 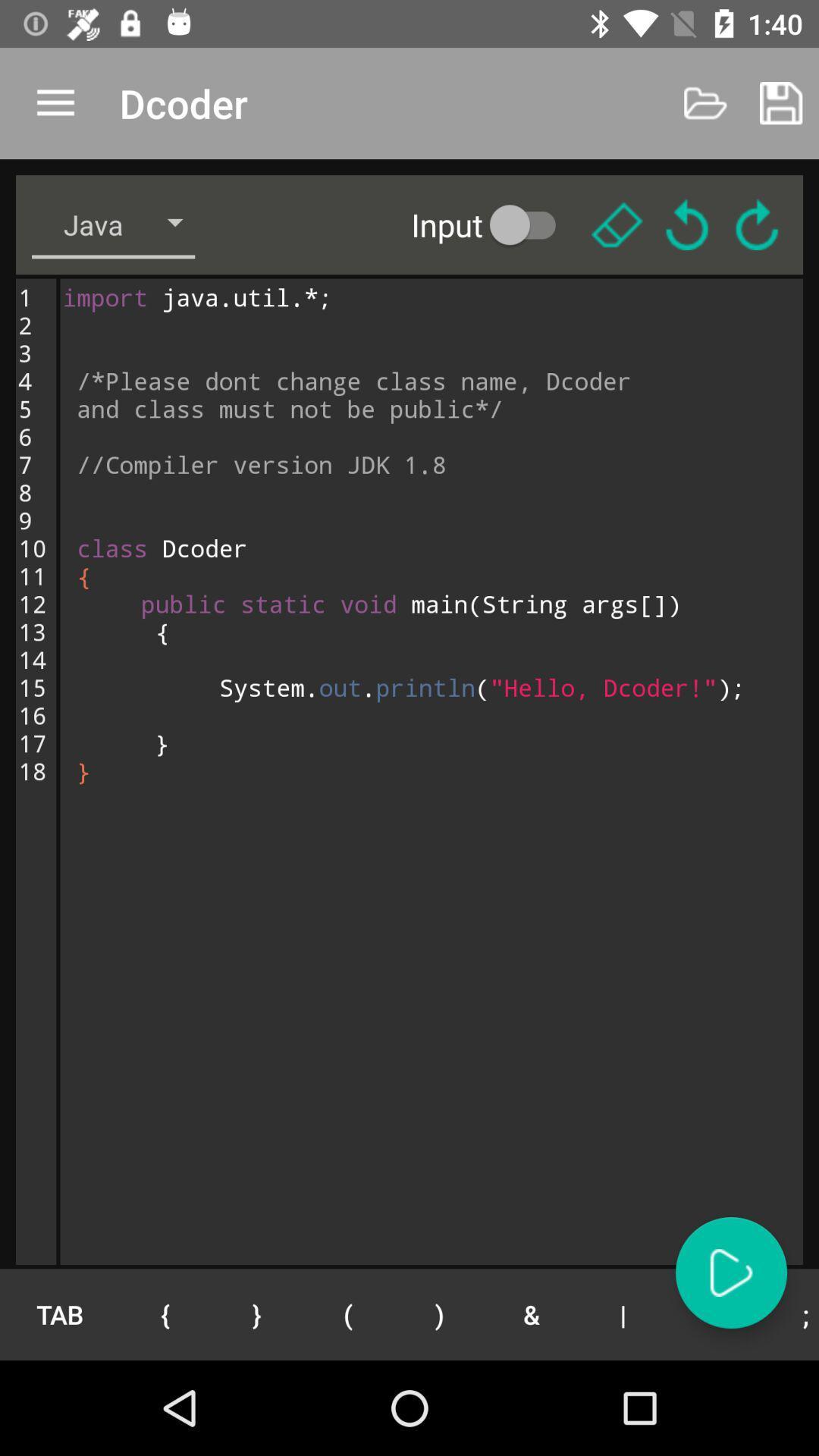 What do you see at coordinates (494, 224) in the screenshot?
I see `the icon at the top` at bounding box center [494, 224].